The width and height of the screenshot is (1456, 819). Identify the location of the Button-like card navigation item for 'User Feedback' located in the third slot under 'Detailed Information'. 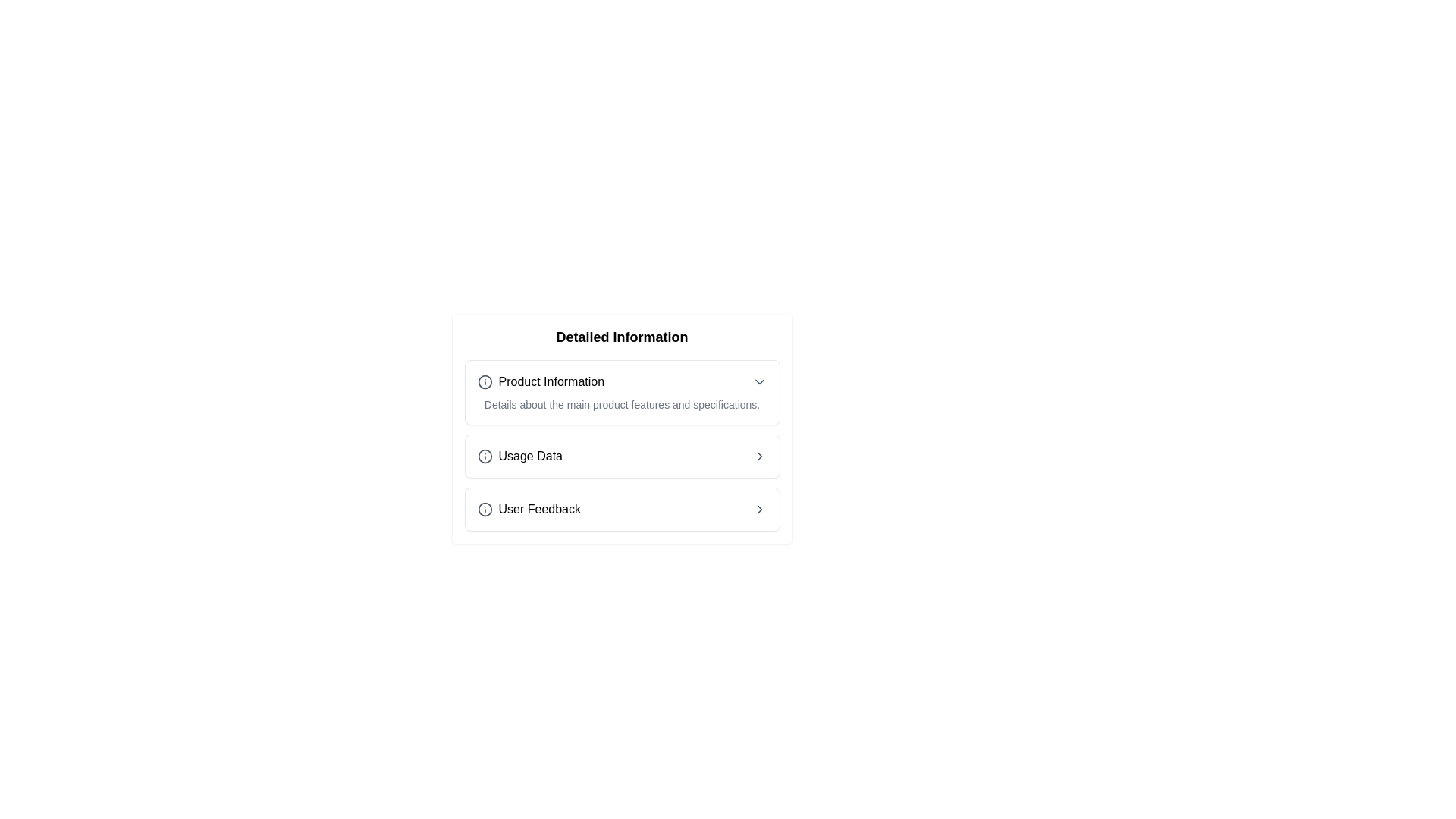
(622, 509).